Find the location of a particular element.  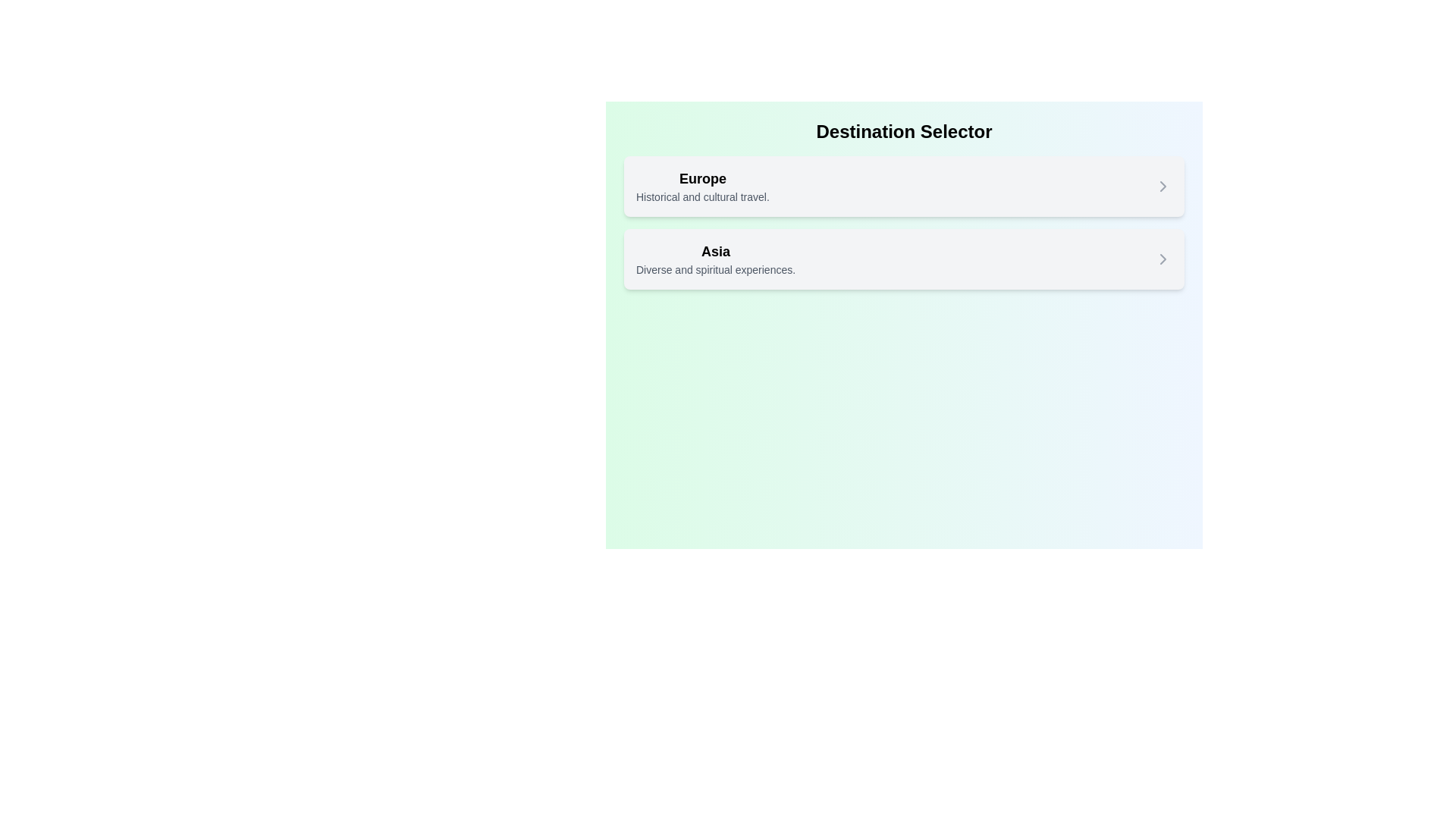

the text block titled 'Asia', which includes the subtitle 'Diverse and spiritual experiences', located in the second card of the 'Destination Selector' section is located at coordinates (715, 259).